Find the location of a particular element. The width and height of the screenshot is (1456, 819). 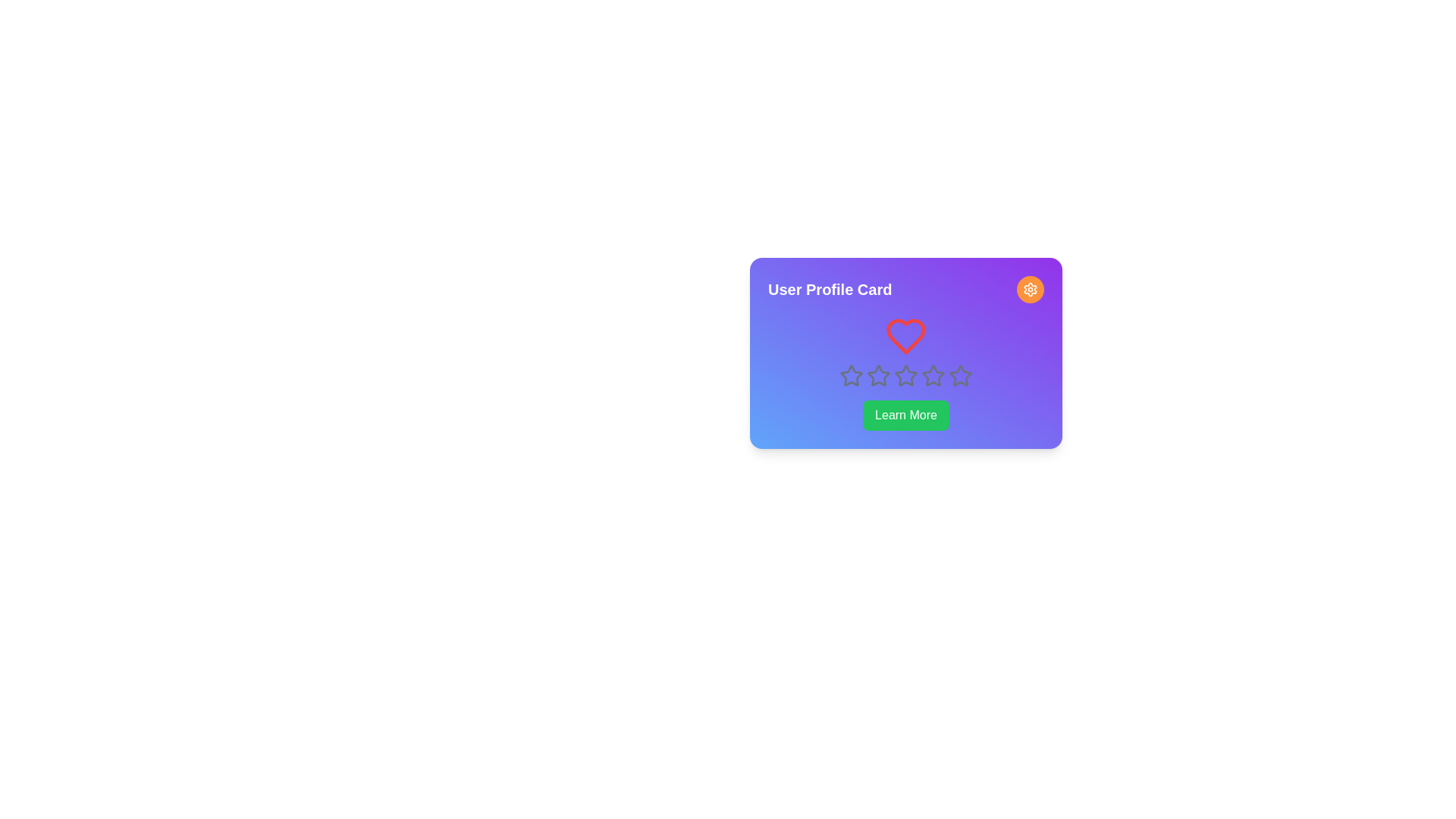

the orange gear-shaped icon located at the top-right corner of the 'User Profile Card' is located at coordinates (1030, 289).